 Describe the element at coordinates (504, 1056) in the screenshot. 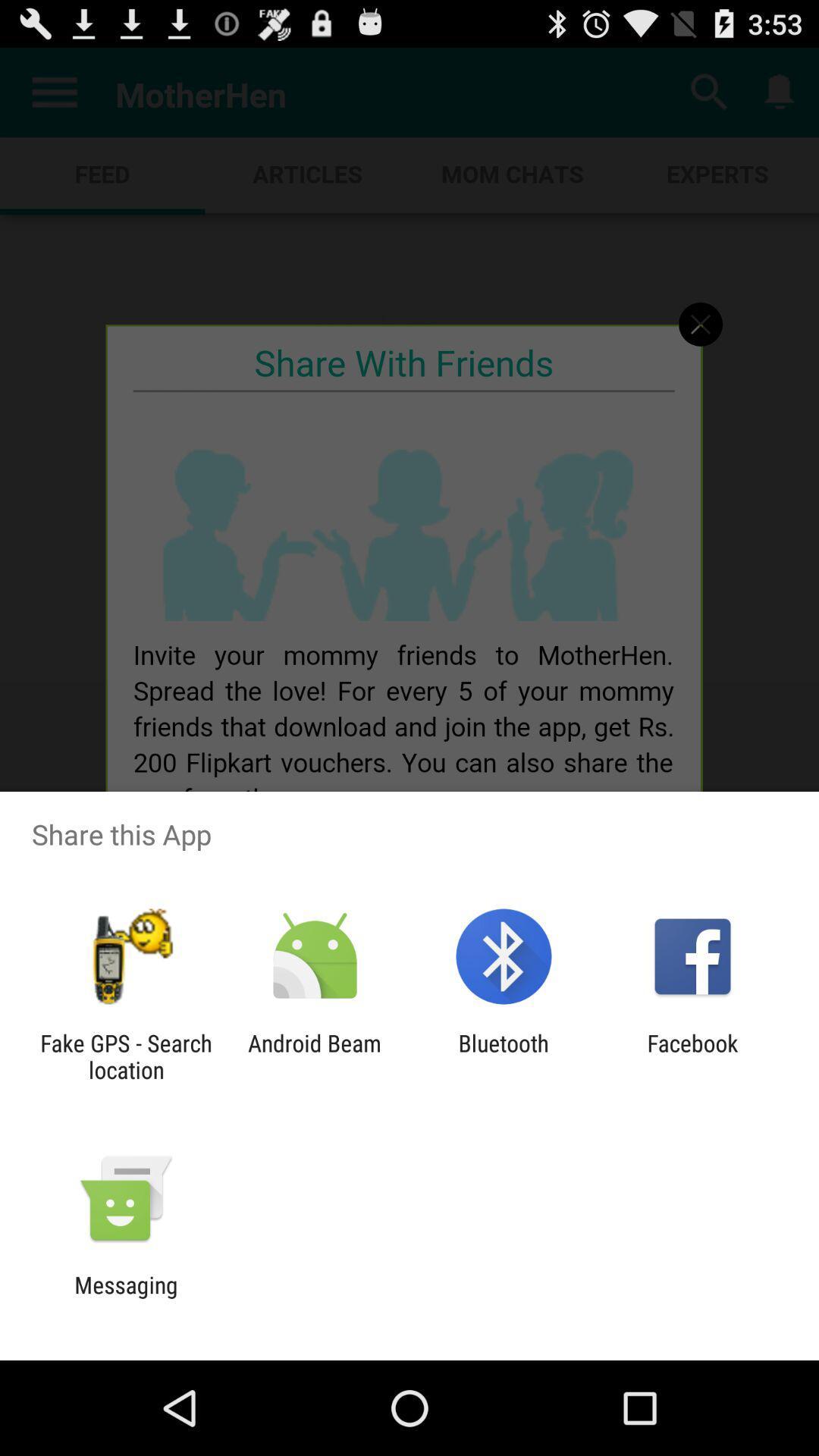

I see `icon next to the facebook app` at that location.